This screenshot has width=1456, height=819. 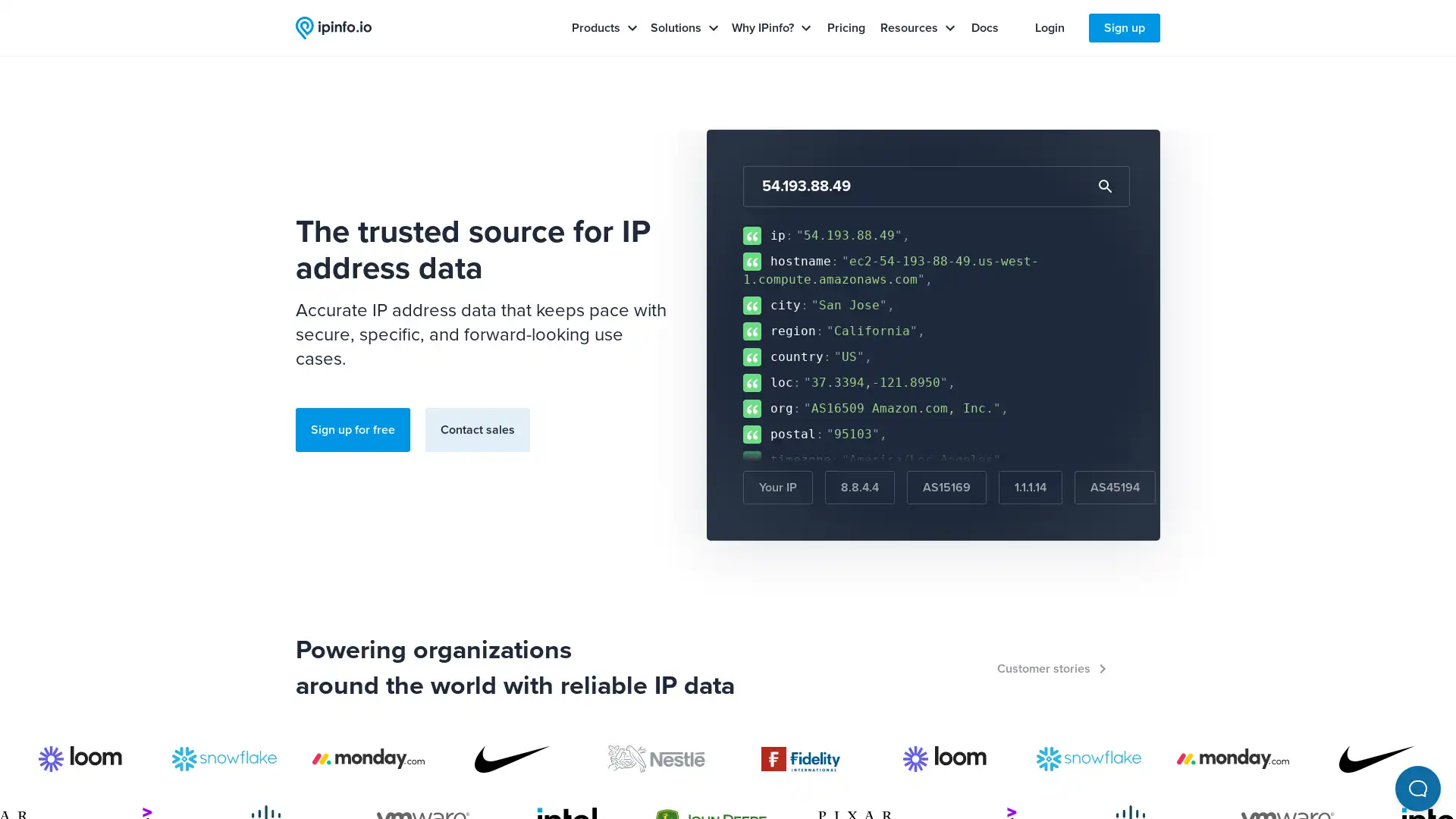 I want to click on Load Chat, so click(x=1401, y=766).